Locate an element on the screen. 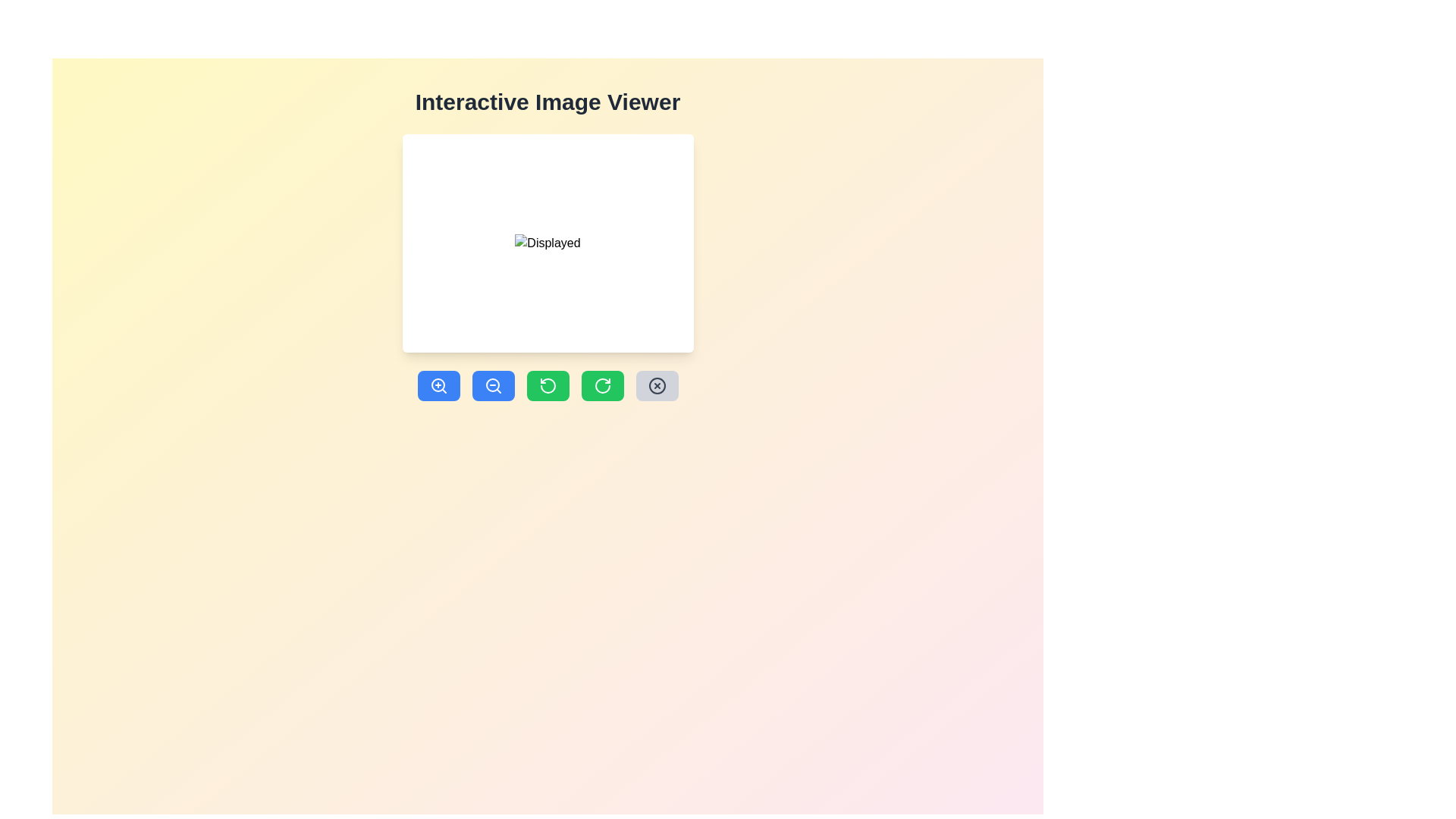 The width and height of the screenshot is (1456, 819). the zoom-in button located in the bottom-left area of the horizontal toolbar is located at coordinates (438, 385).